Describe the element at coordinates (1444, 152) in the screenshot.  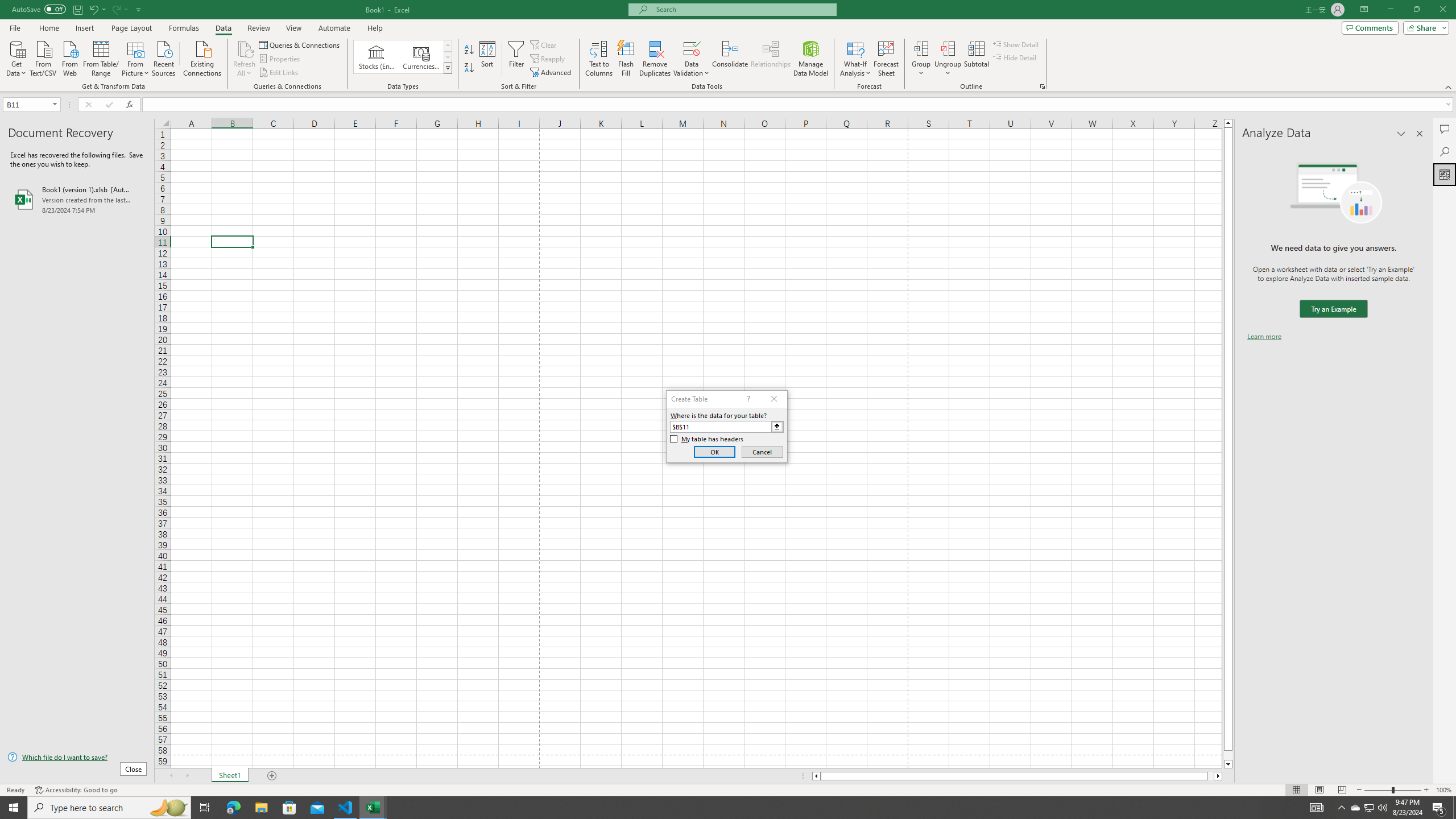
I see `'Search'` at that location.